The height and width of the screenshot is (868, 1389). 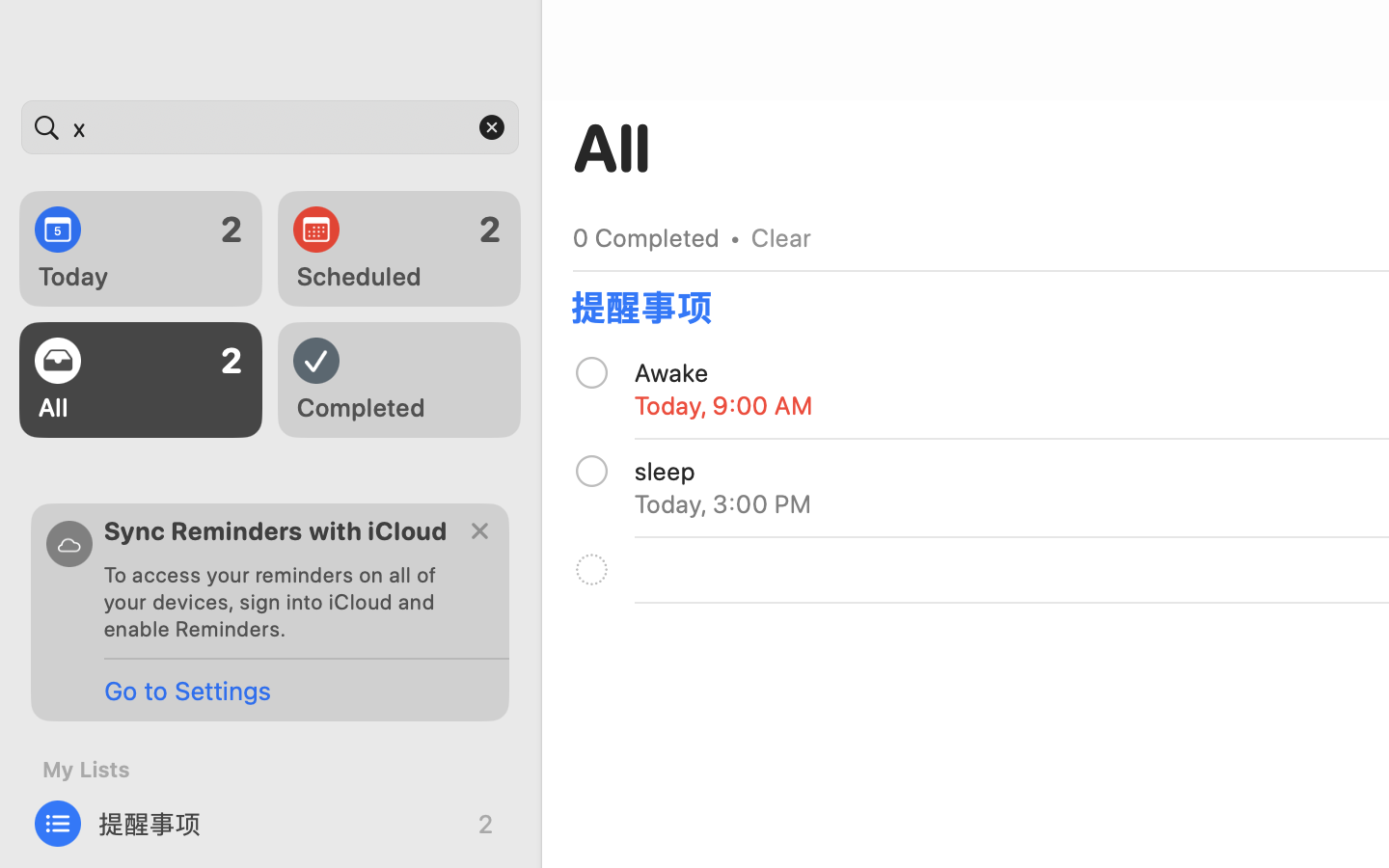 What do you see at coordinates (722, 502) in the screenshot?
I see `'Today, 3:00 PM'` at bounding box center [722, 502].